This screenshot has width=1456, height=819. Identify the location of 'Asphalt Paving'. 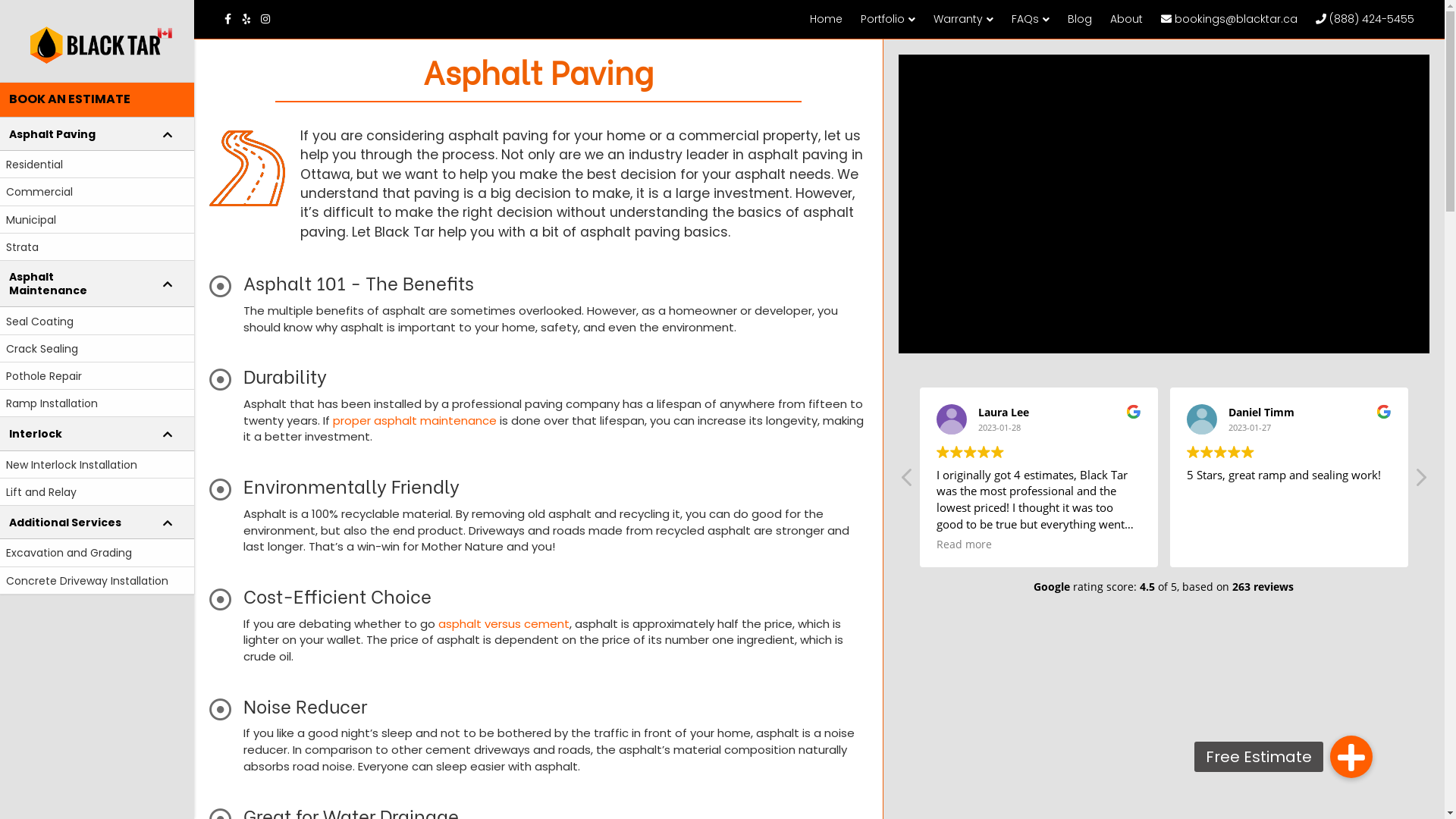
(96, 133).